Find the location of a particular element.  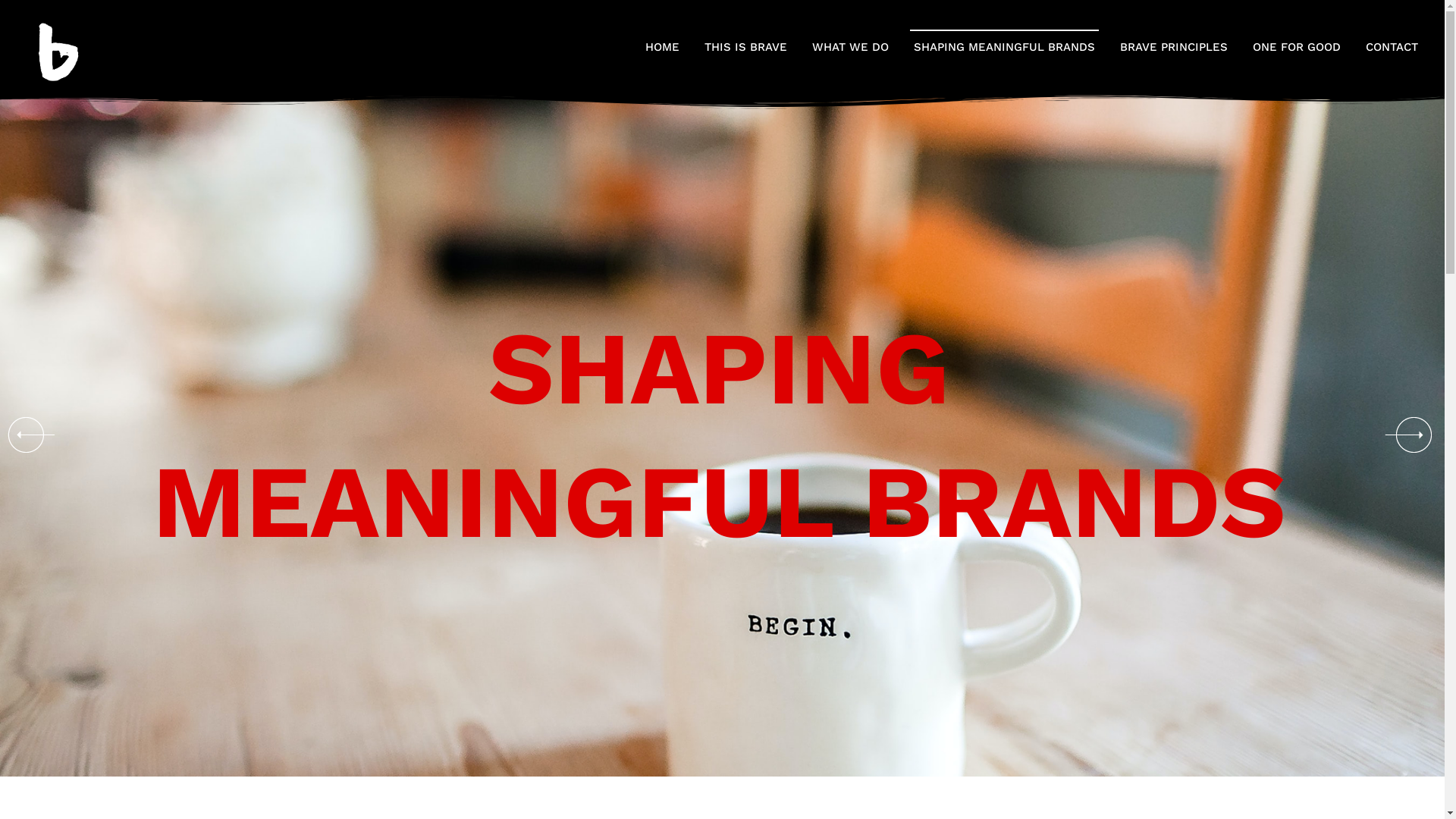

'HOME' is located at coordinates (662, 45).